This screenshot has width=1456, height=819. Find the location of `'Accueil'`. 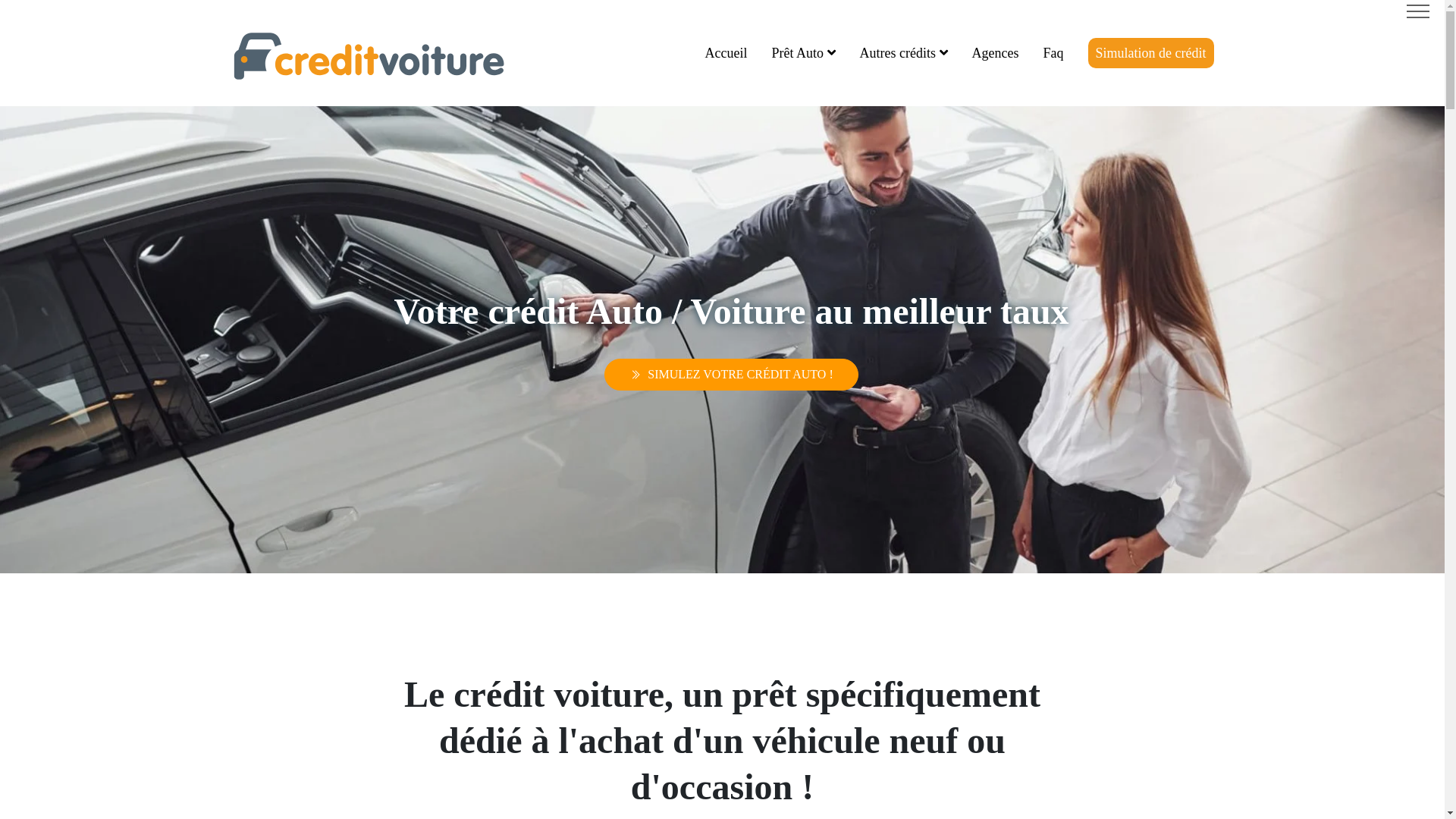

'Accueil' is located at coordinates (726, 52).